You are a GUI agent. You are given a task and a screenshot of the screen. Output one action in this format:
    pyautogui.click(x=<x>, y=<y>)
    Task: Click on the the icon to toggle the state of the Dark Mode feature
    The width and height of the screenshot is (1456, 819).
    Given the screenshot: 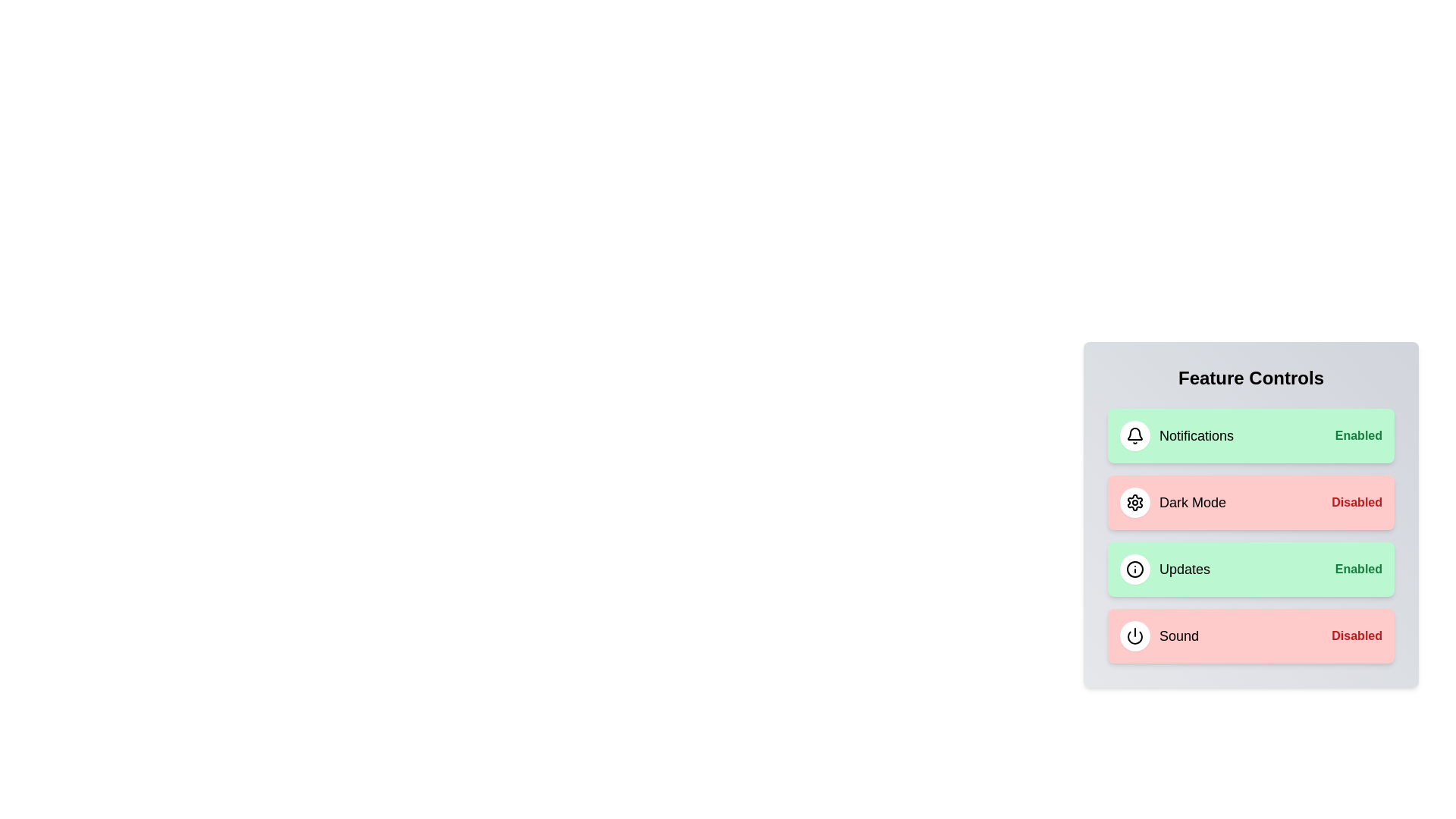 What is the action you would take?
    pyautogui.click(x=1135, y=503)
    